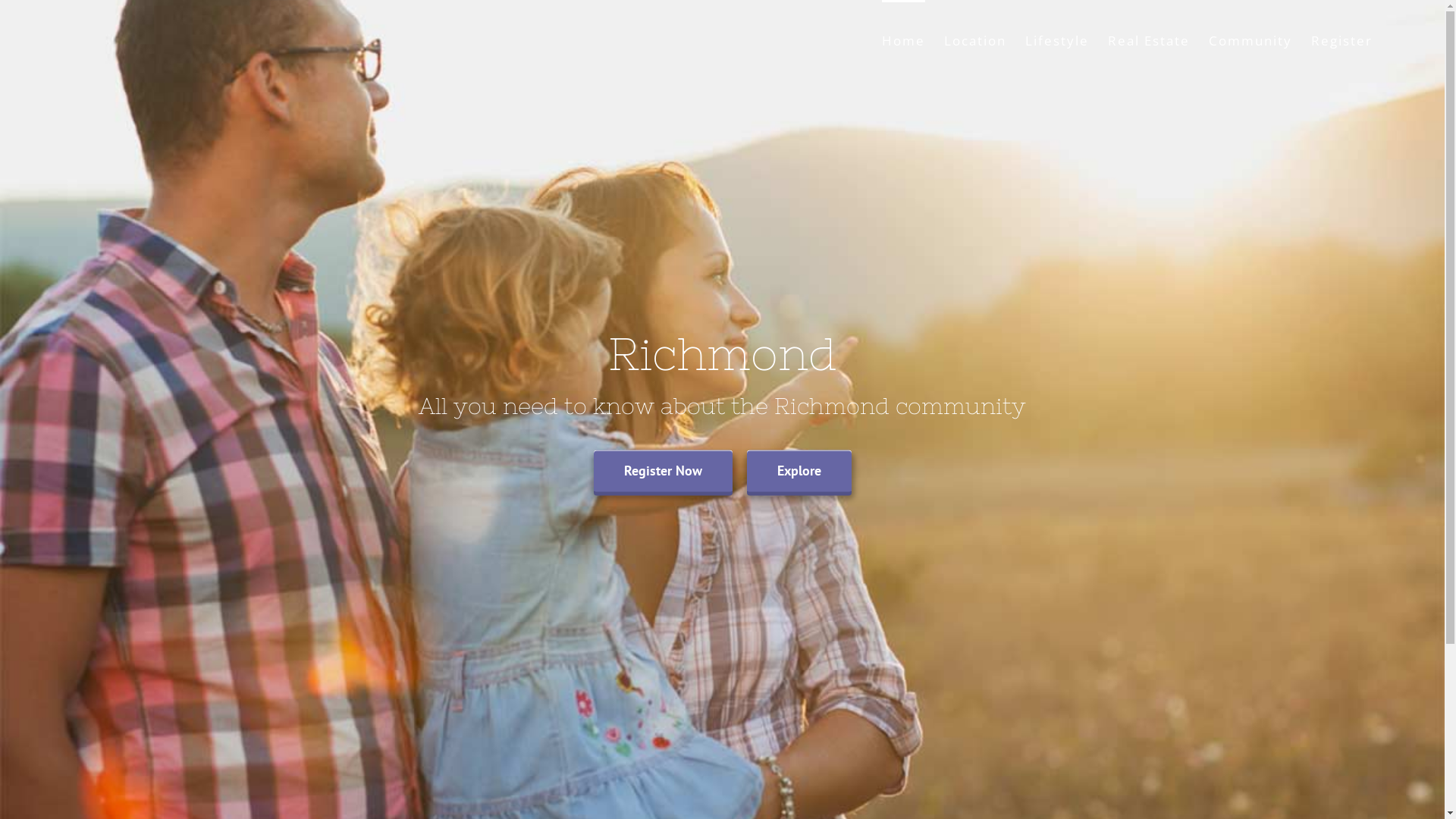  What do you see at coordinates (1149, 38) in the screenshot?
I see `'Real Estate'` at bounding box center [1149, 38].